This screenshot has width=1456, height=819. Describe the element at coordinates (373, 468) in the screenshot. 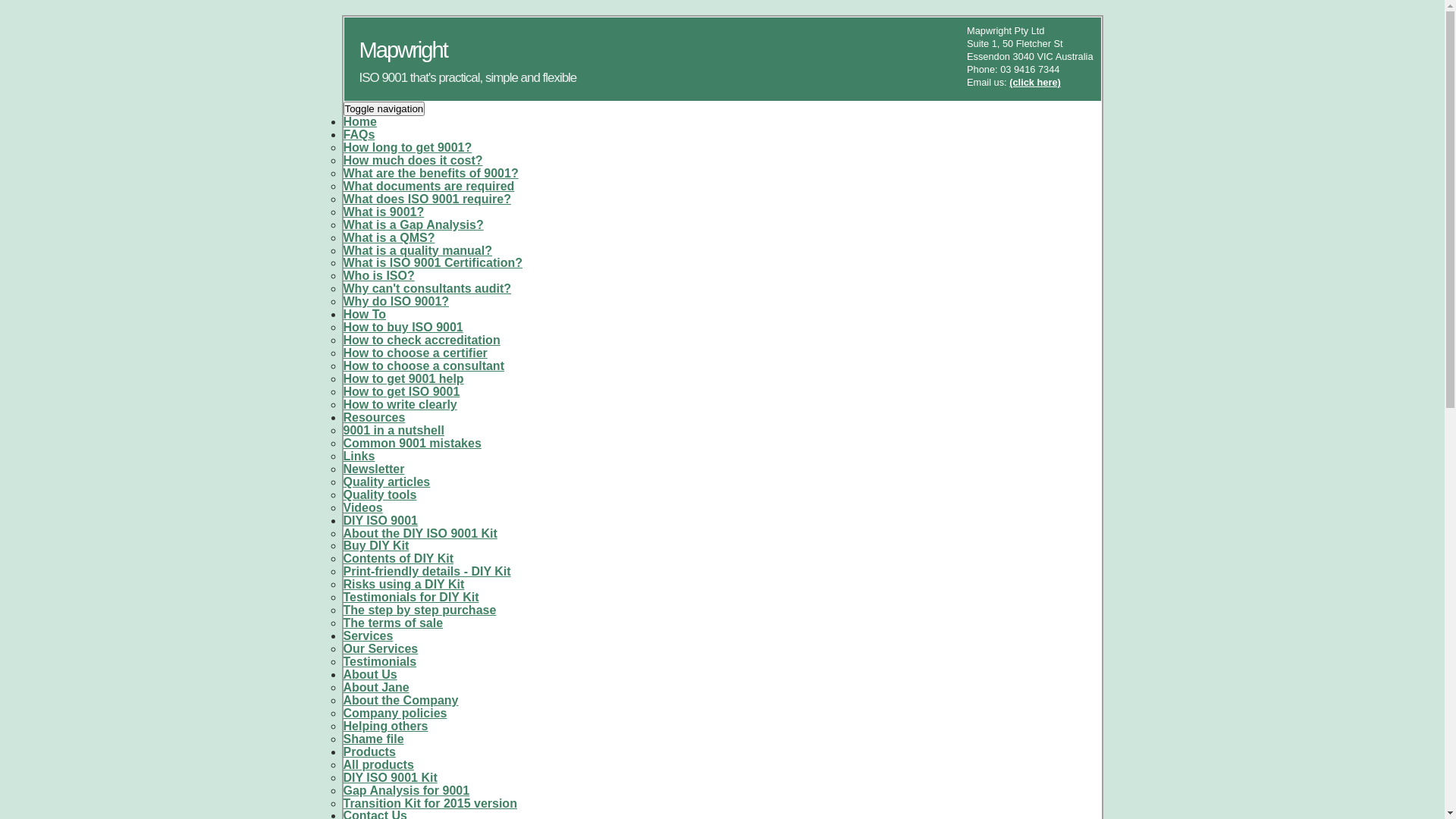

I see `'Newsletter'` at that location.